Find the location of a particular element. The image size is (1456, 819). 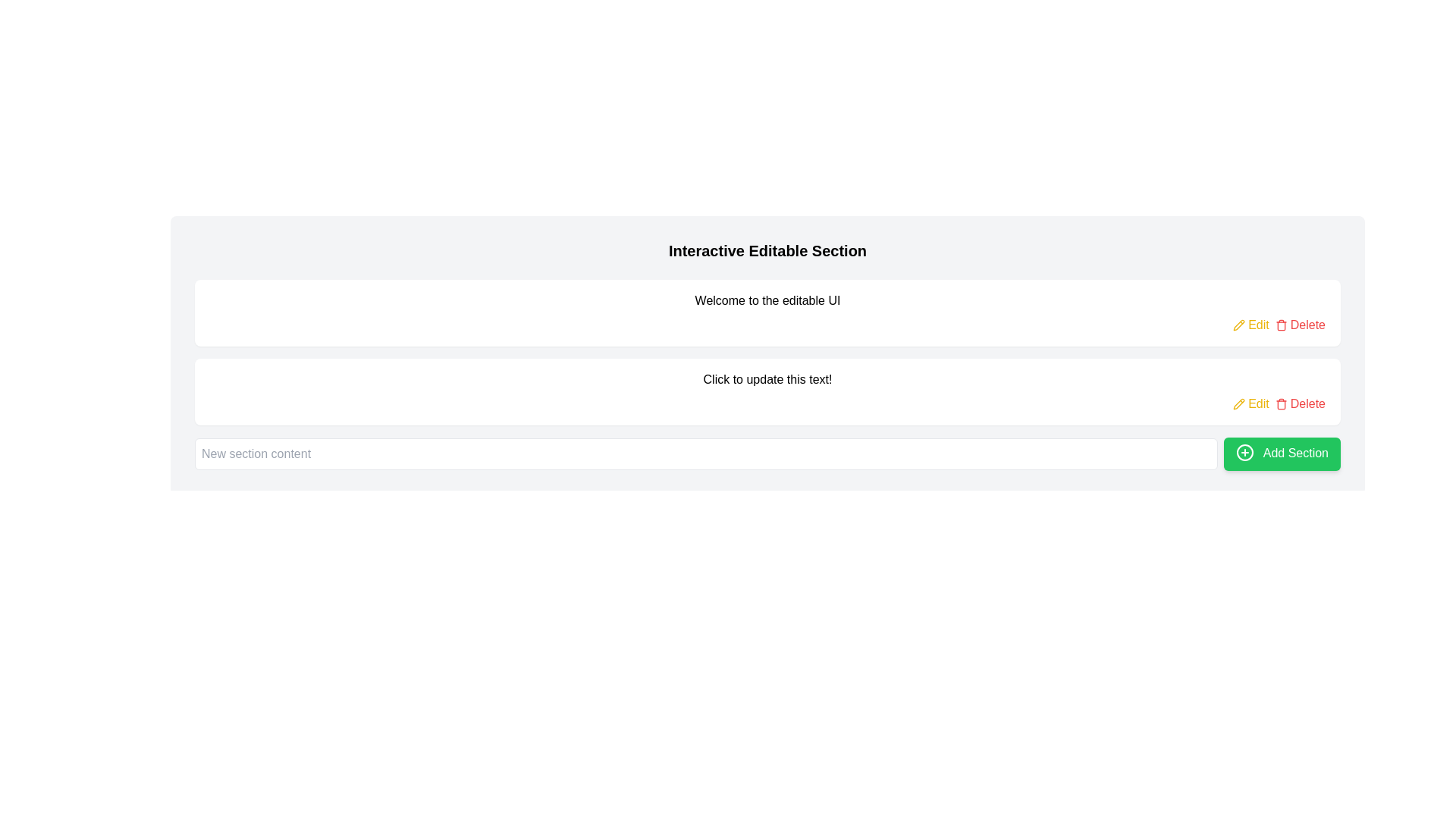

the Text Header labeled 'Interactive Editable Section', which serves as a static title for the section below it is located at coordinates (767, 250).